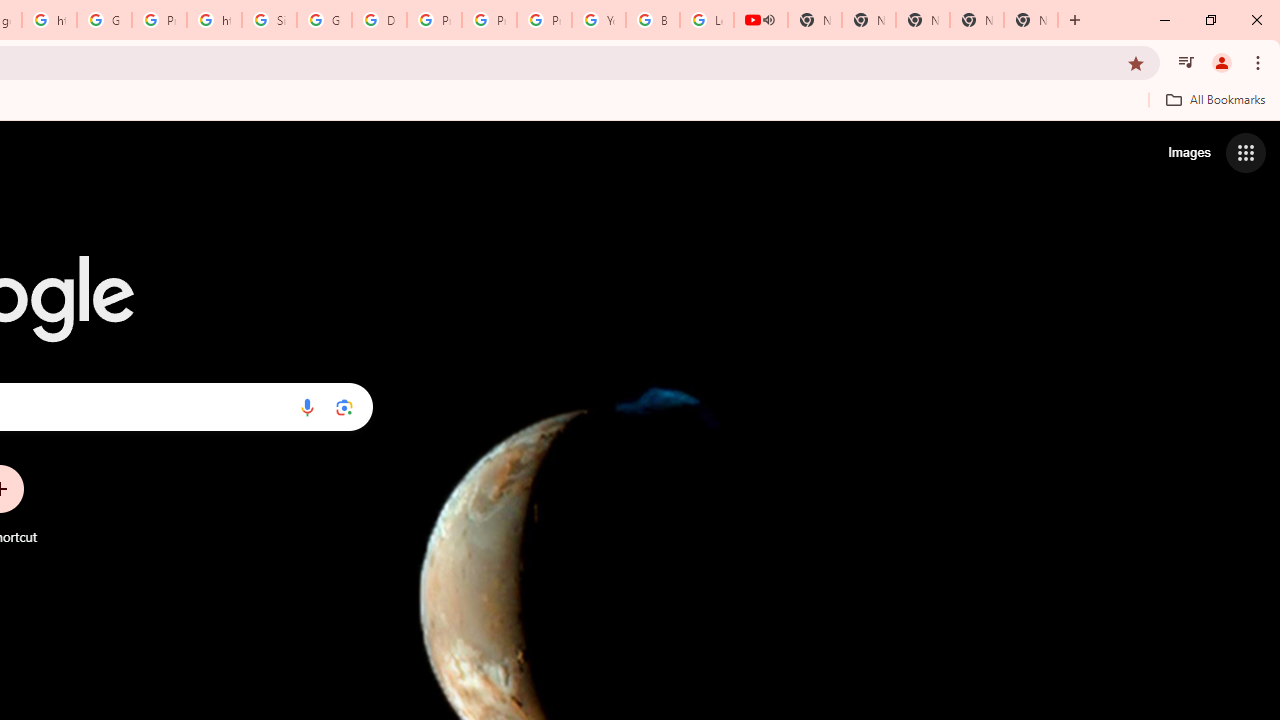 This screenshot has height=720, width=1280. Describe the element at coordinates (1031, 20) in the screenshot. I see `'New Tab'` at that location.